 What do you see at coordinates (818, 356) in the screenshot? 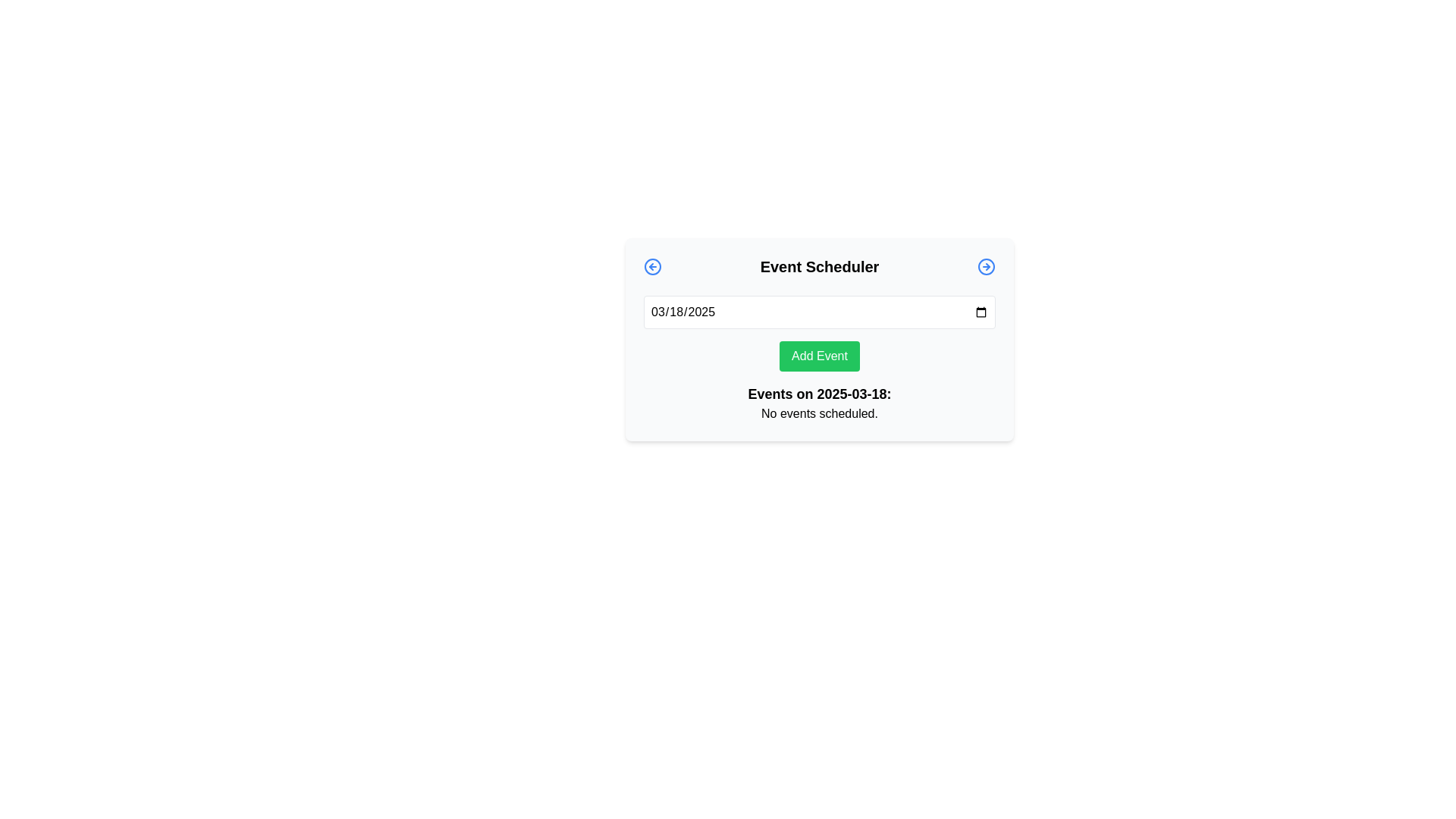
I see `the 'Add Event' button located centrally within the white card interface, directly below the date input field` at bounding box center [818, 356].